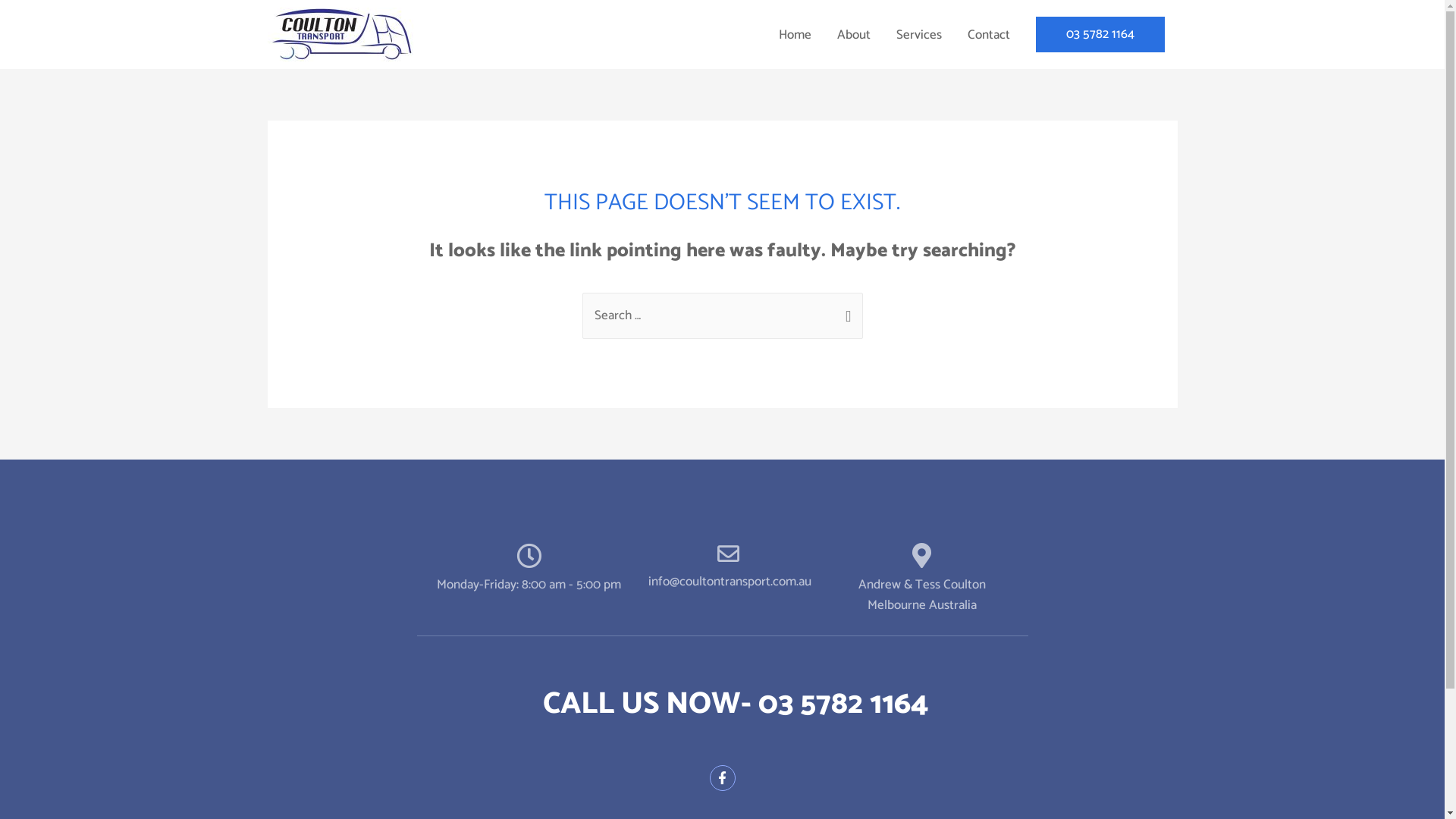 The width and height of the screenshot is (1456, 819). Describe the element at coordinates (852, 34) in the screenshot. I see `'About'` at that location.